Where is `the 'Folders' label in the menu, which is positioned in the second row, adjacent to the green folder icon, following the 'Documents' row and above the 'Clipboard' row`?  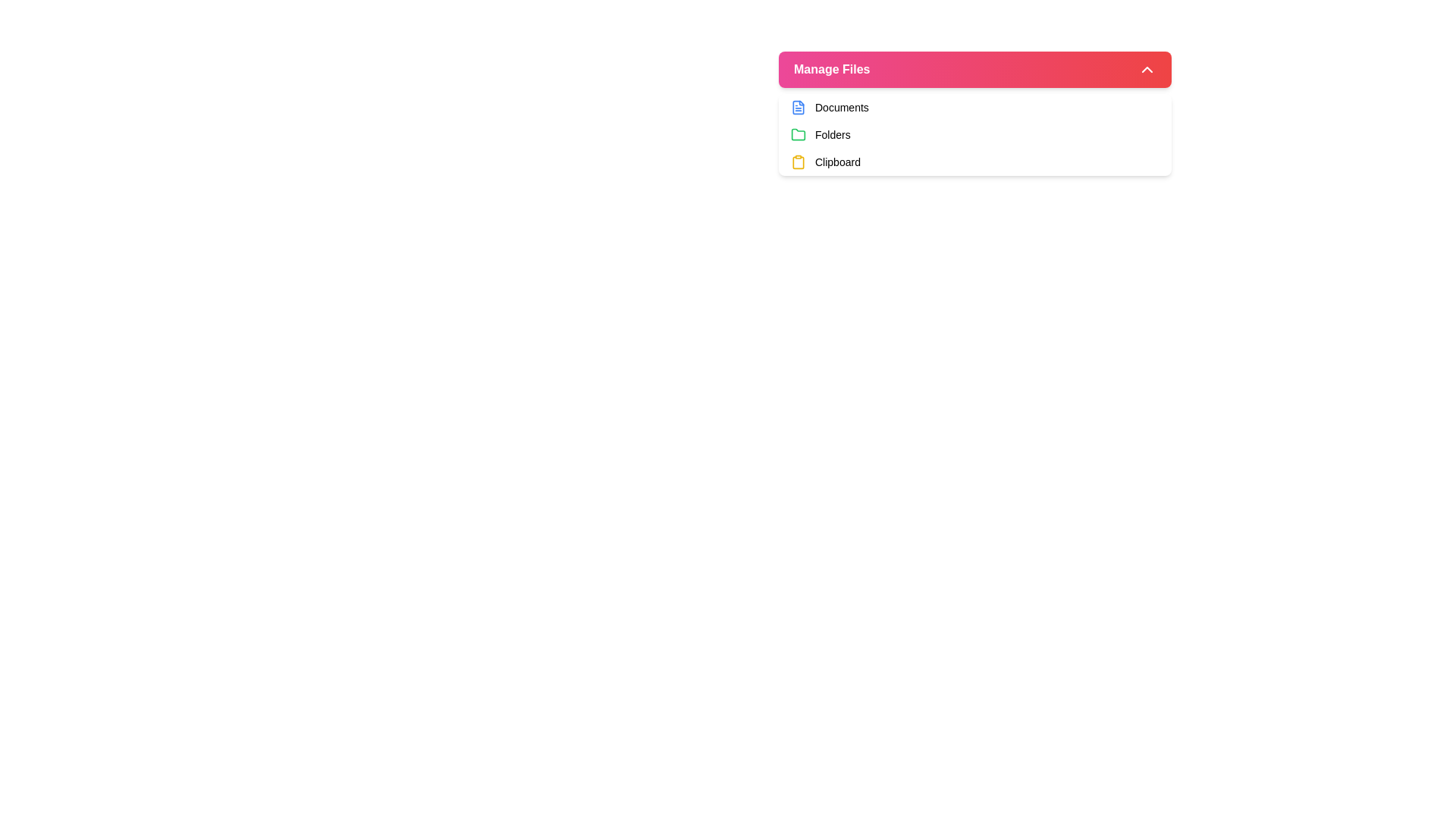 the 'Folders' label in the menu, which is positioned in the second row, adjacent to the green folder icon, following the 'Documents' row and above the 'Clipboard' row is located at coordinates (832, 133).